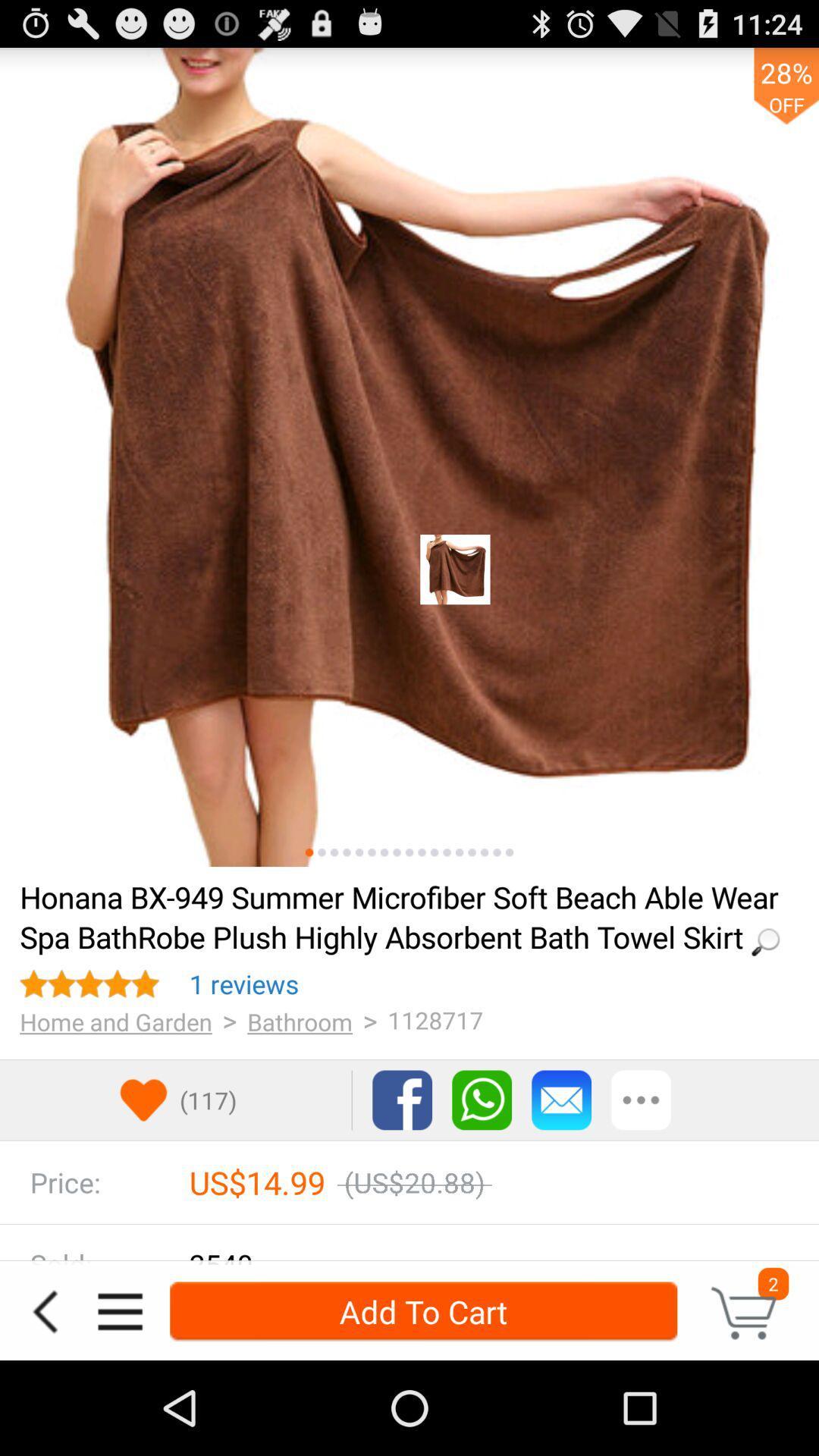 Image resolution: width=819 pixels, height=1456 pixels. I want to click on zoom image, so click(396, 852).